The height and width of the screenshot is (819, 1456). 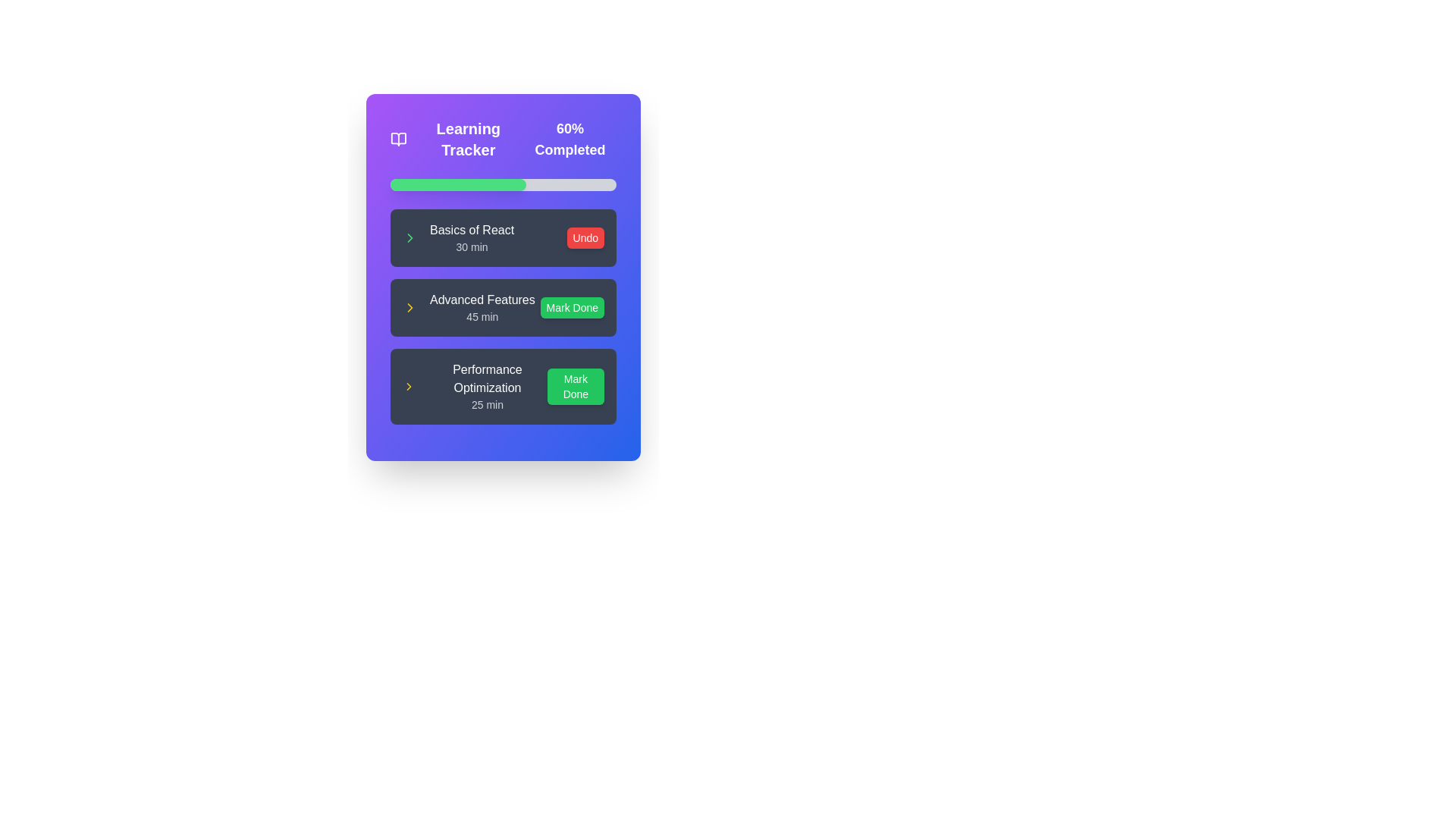 I want to click on the List Item titled 'Performance Optimization' which contains a green 'Mark Done' button and a yellow chevron icon, so click(x=503, y=385).